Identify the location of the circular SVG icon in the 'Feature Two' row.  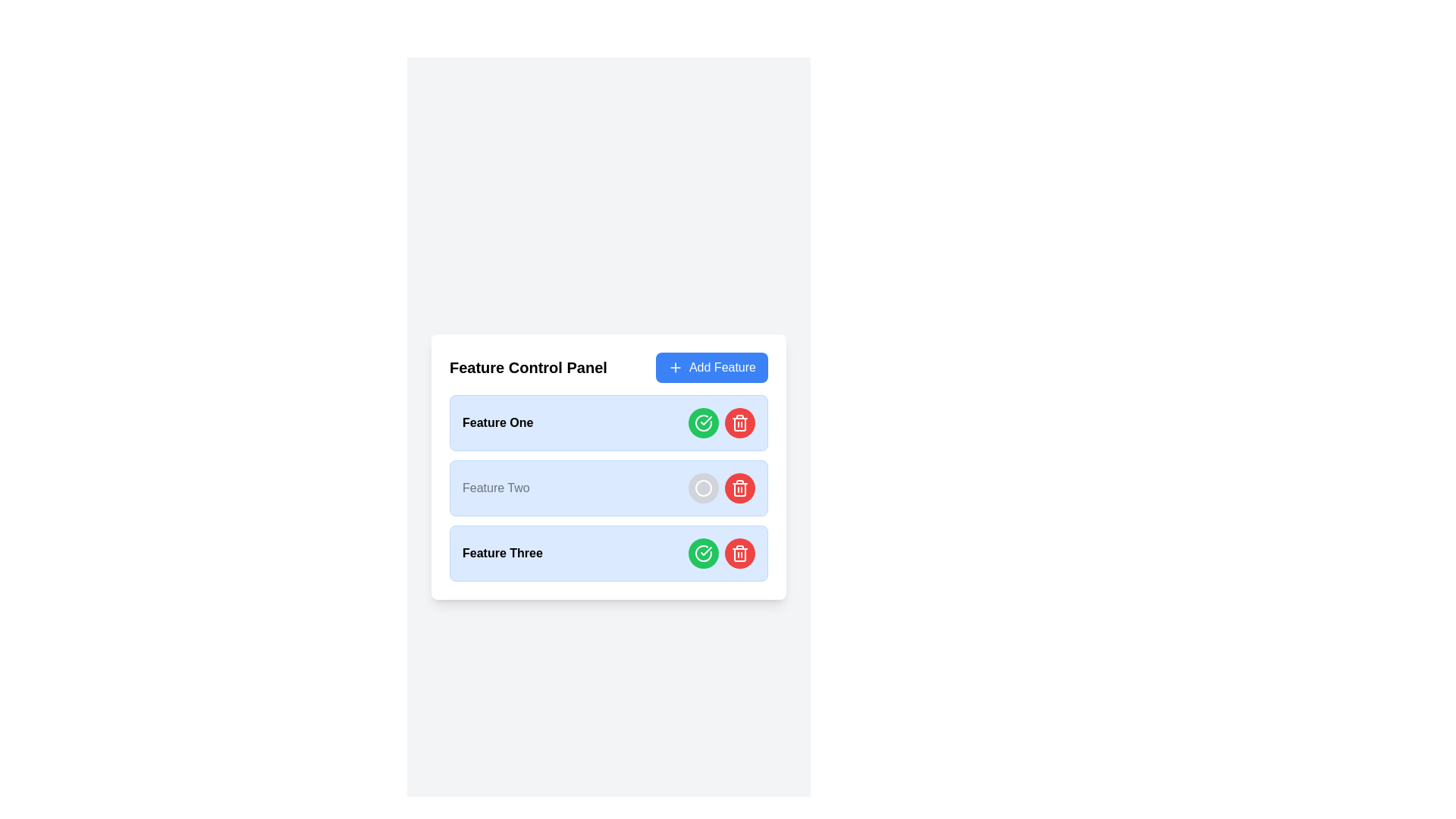
(702, 488).